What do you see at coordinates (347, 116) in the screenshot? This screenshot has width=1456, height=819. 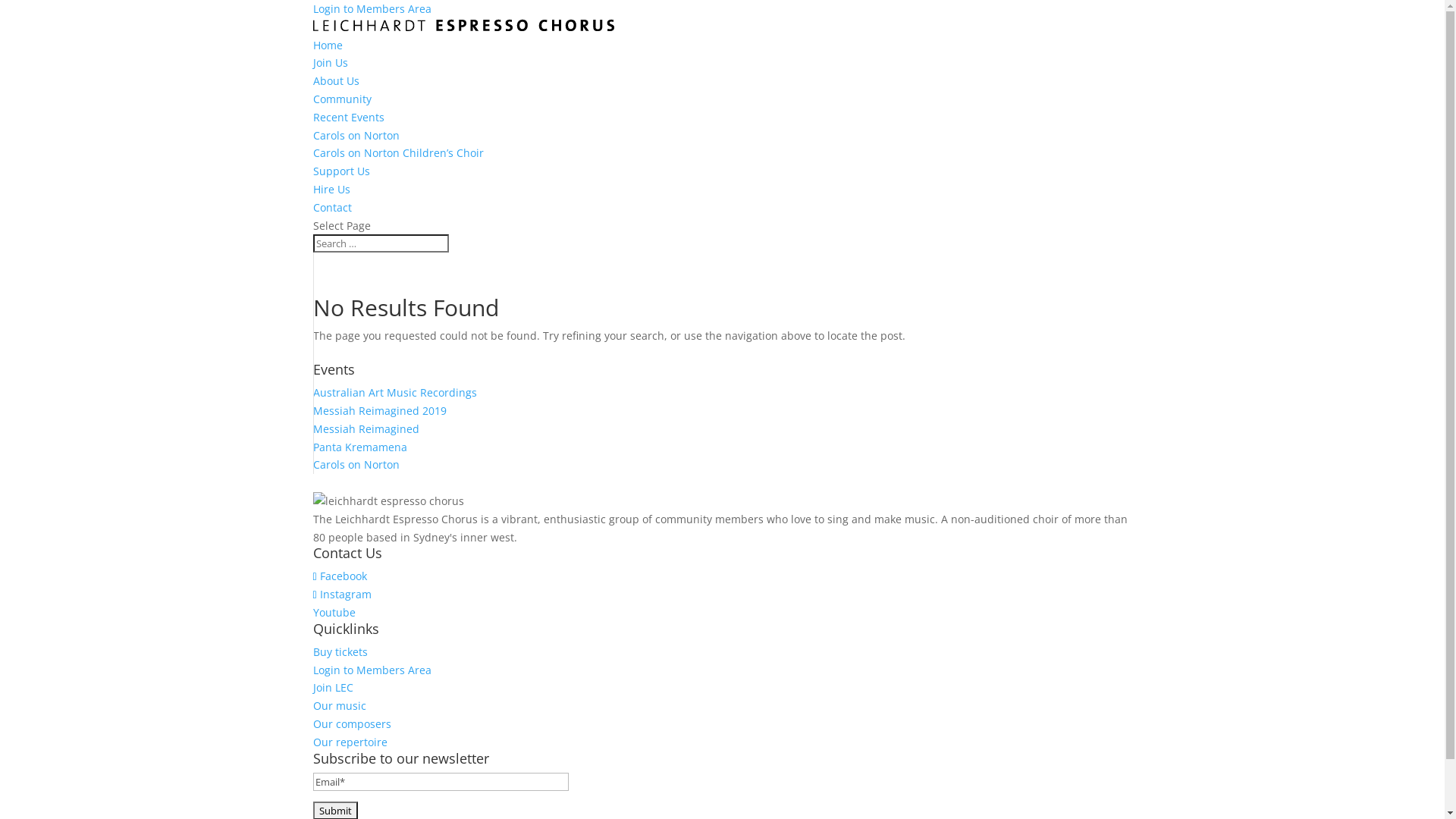 I see `'Recent Events'` at bounding box center [347, 116].